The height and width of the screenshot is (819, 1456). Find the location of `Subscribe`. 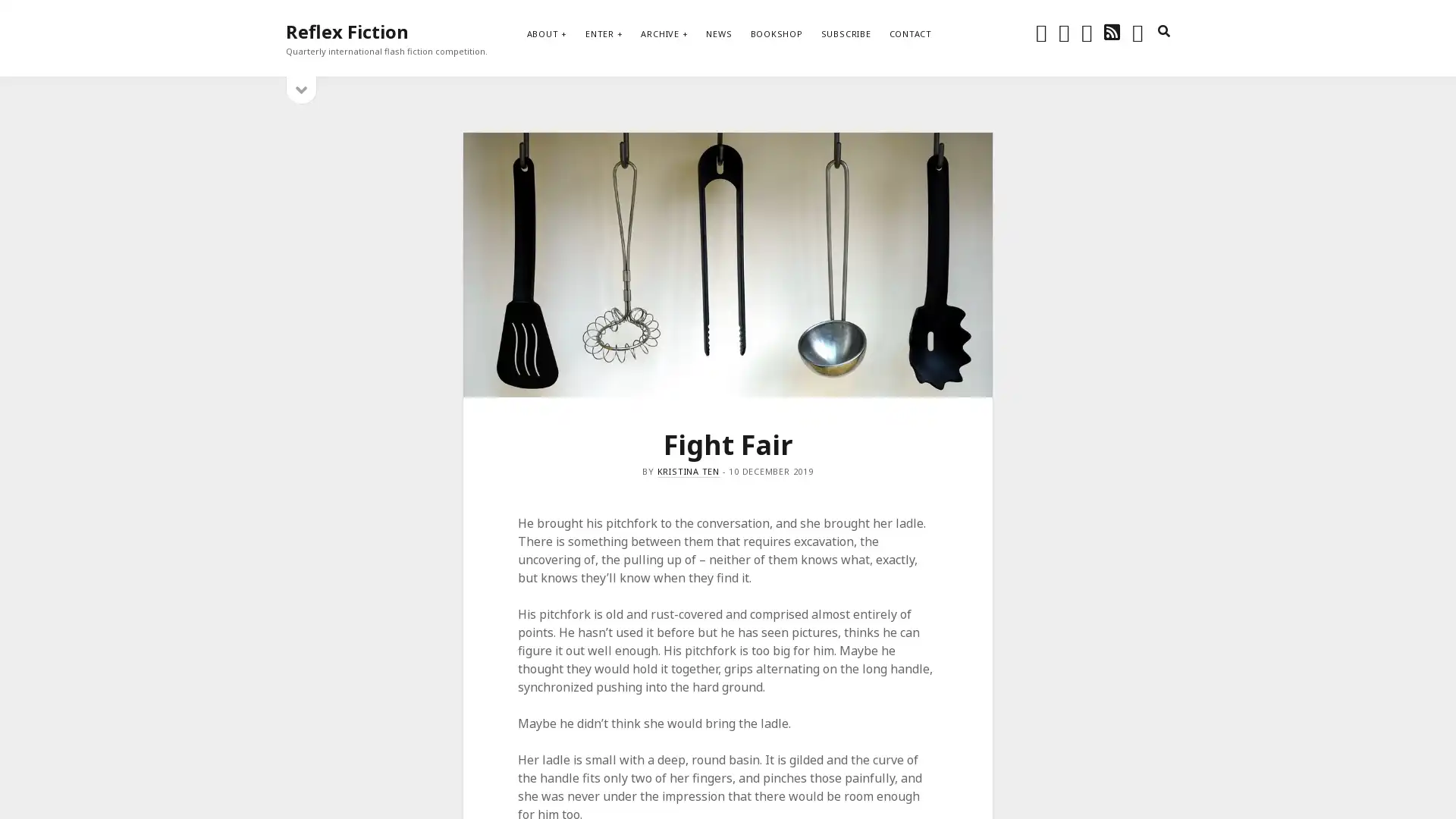

Subscribe is located at coordinates (915, 175).